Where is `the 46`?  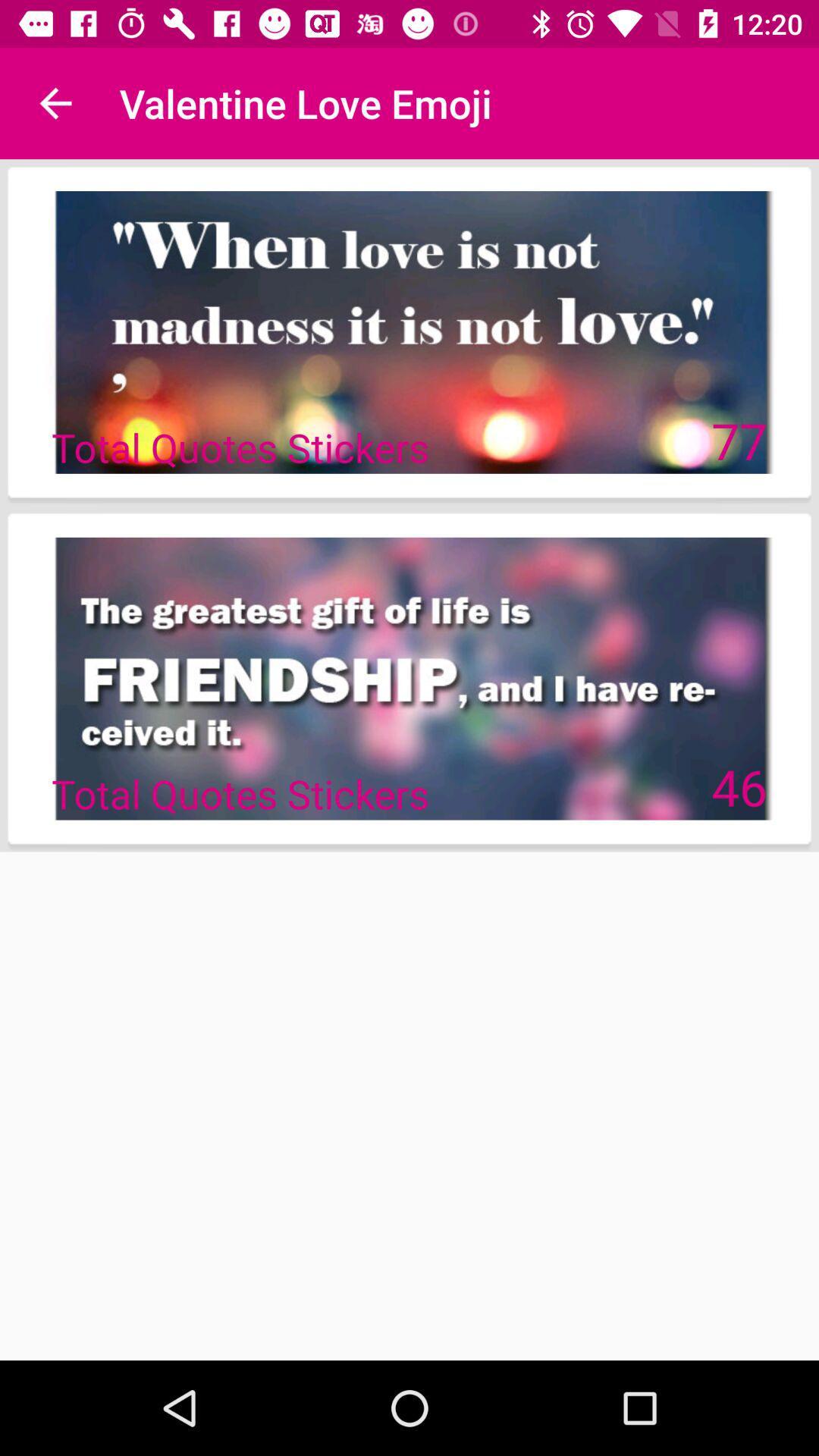 the 46 is located at coordinates (739, 786).